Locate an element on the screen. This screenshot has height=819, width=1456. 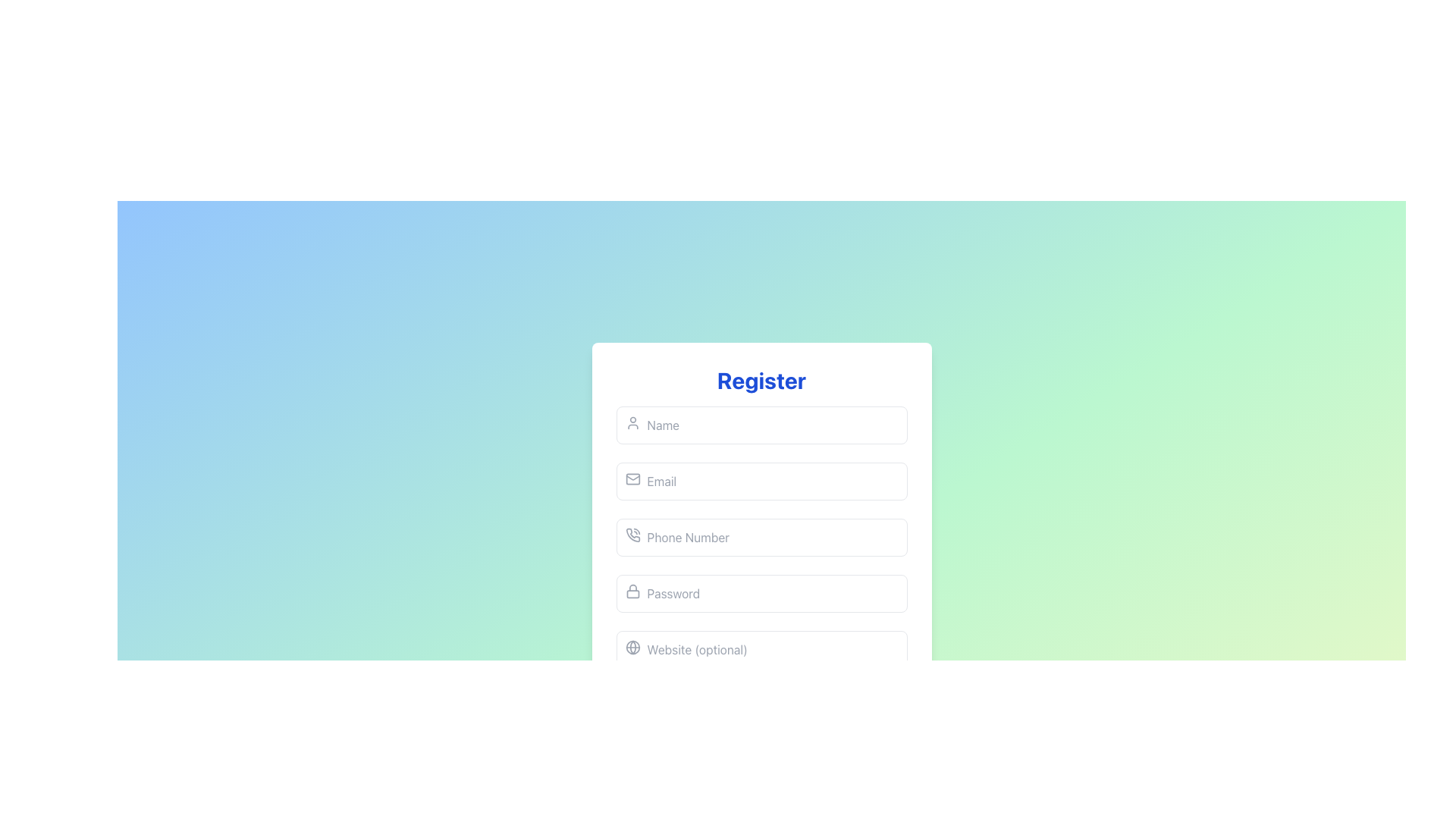
the icon that visually indicates a website, positioned to the left of the 'Website (optional)' input field is located at coordinates (632, 647).